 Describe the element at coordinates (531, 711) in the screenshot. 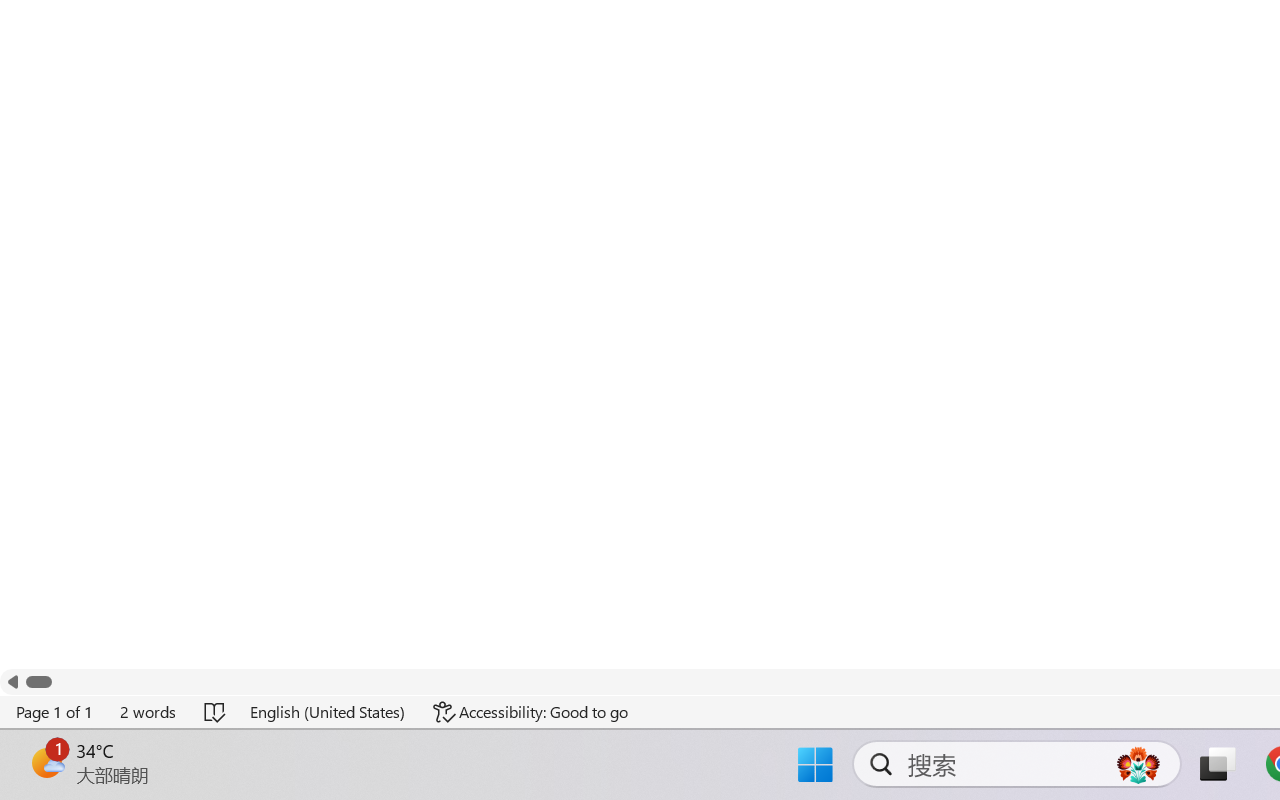

I see `'Accessibility Checker Accessibility: Good to go'` at that location.